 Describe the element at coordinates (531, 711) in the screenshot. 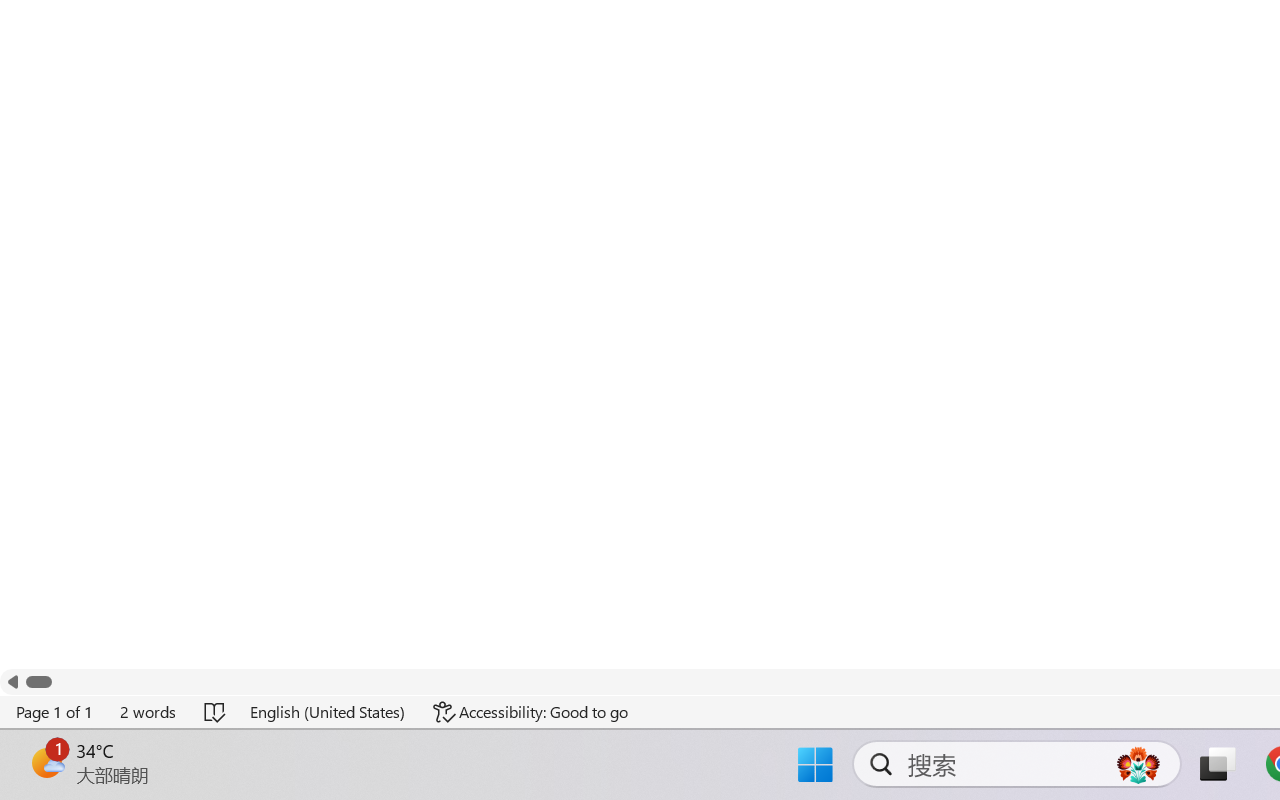

I see `'Accessibility Checker Accessibility: Good to go'` at that location.